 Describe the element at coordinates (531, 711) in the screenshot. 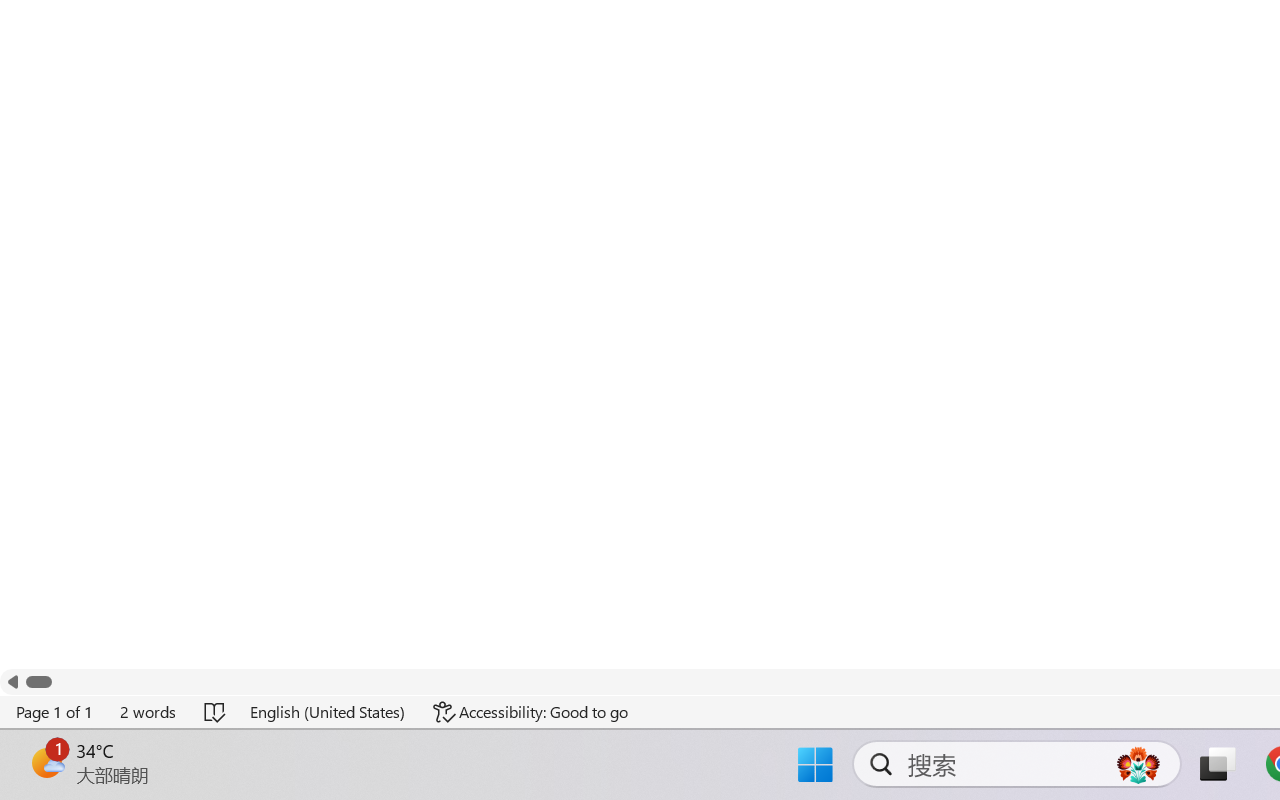

I see `'Accessibility Checker Accessibility: Good to go'` at that location.